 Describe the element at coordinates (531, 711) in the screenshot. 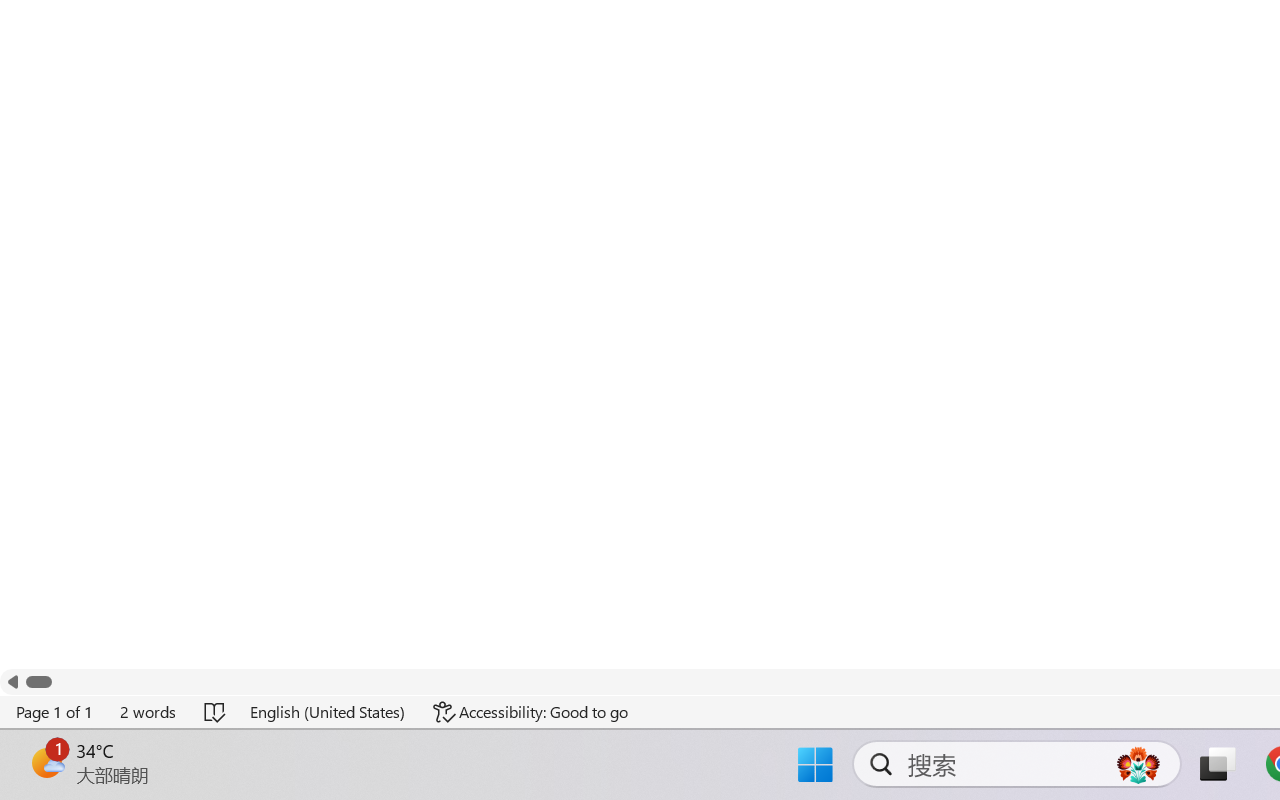

I see `'Accessibility Checker Accessibility: Good to go'` at that location.